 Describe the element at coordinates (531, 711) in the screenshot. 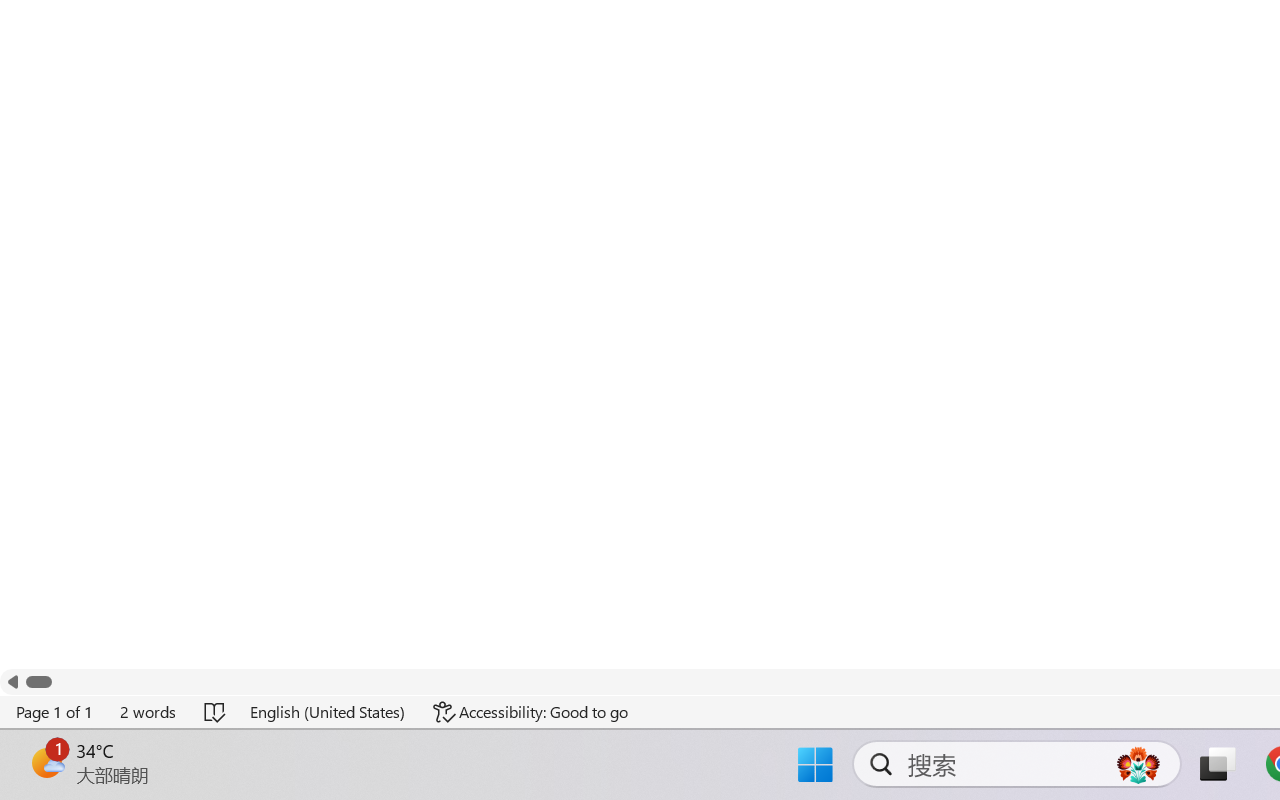

I see `'Accessibility Checker Accessibility: Good to go'` at that location.